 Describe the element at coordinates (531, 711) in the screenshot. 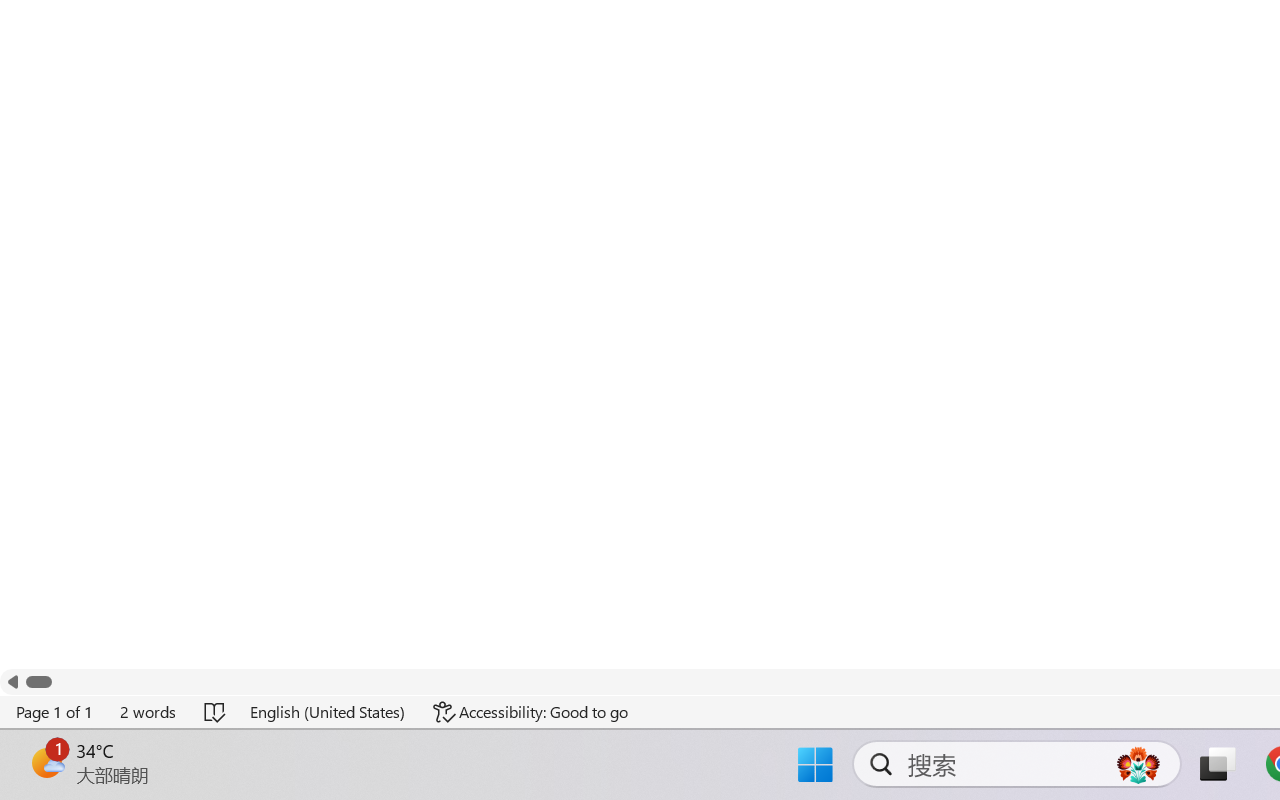

I see `'Accessibility Checker Accessibility: Good to go'` at that location.